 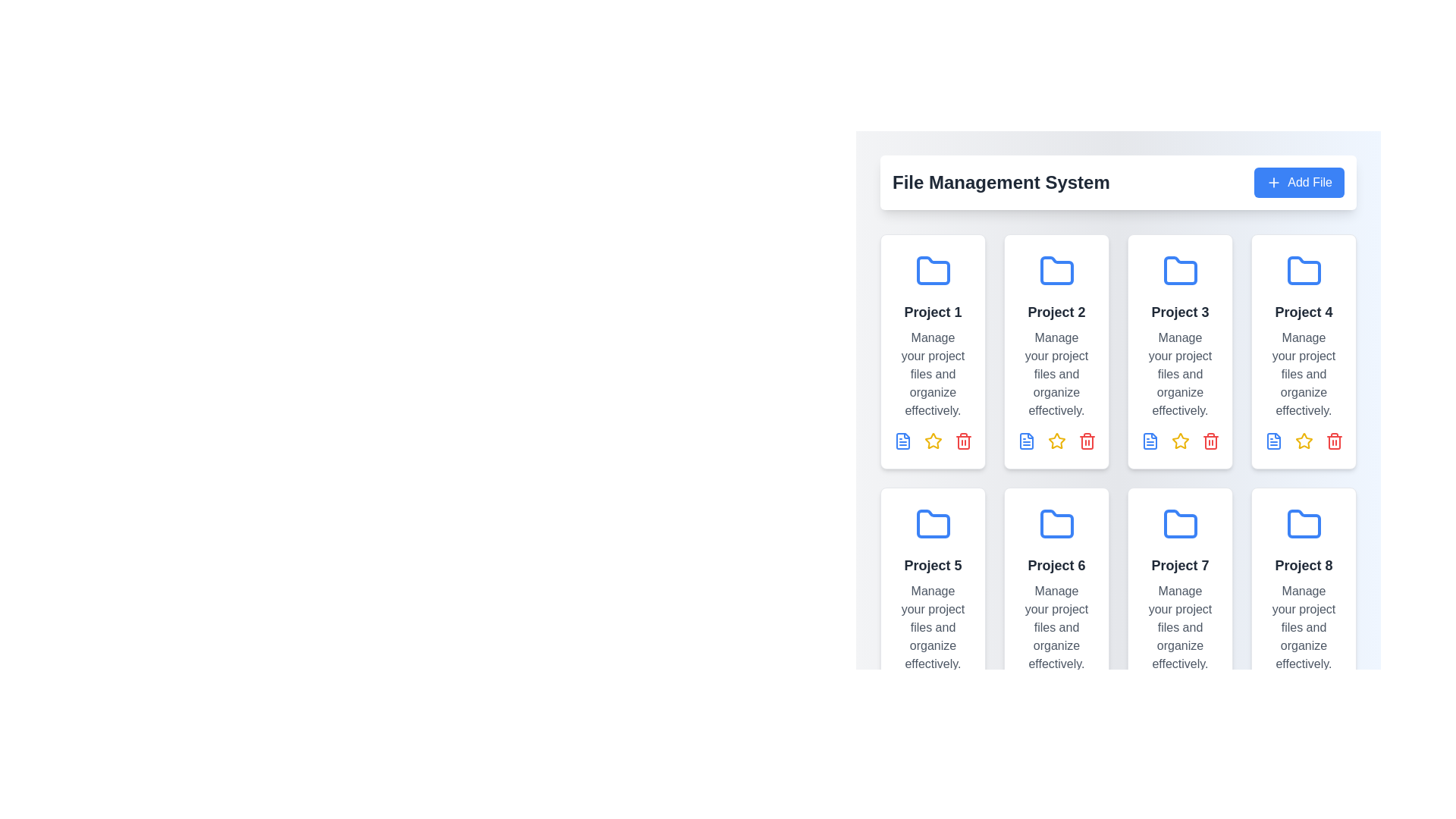 I want to click on the second icon in the action button row under the card titled 'Project 1', so click(x=932, y=441).